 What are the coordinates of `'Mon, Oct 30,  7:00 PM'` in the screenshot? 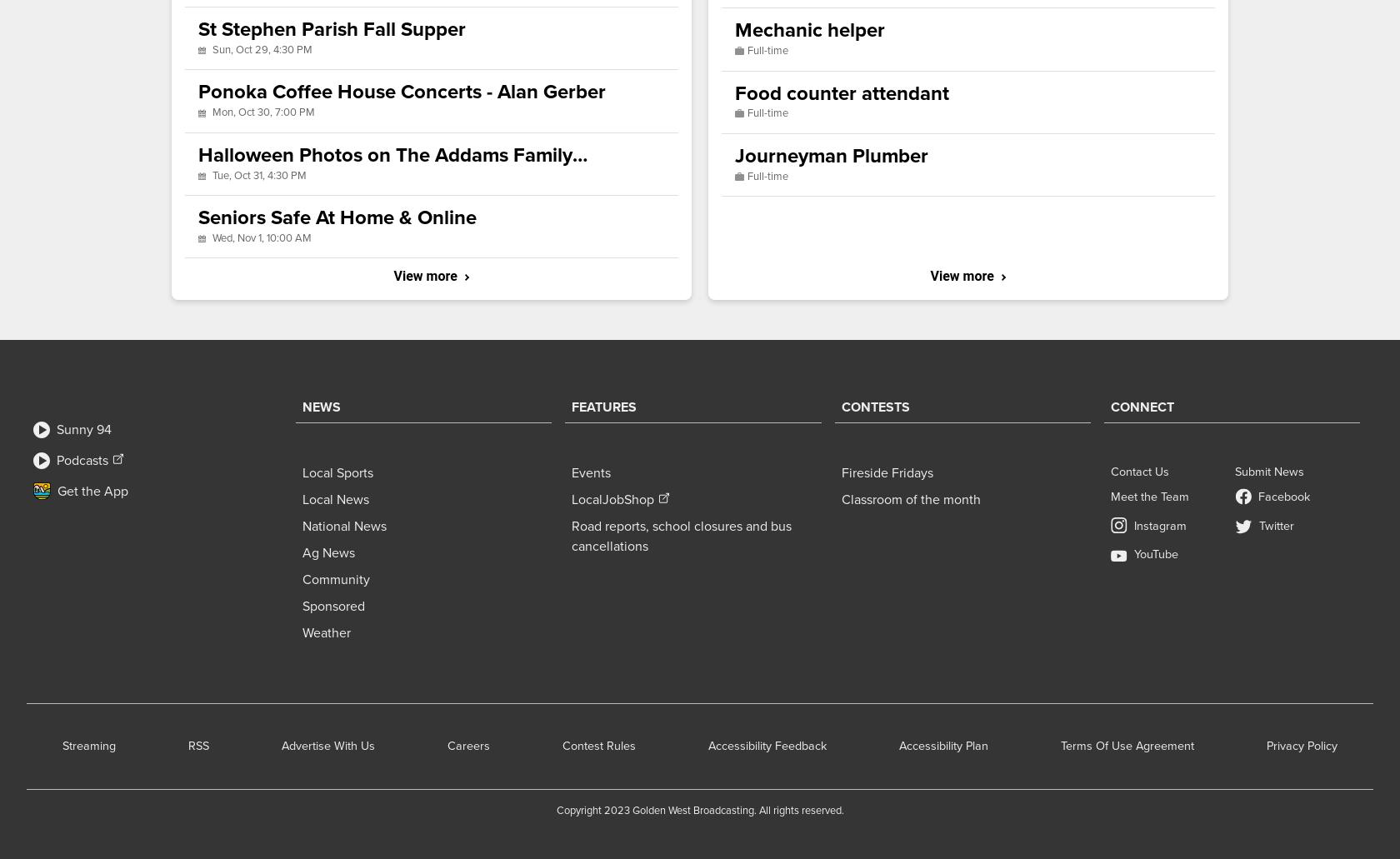 It's located at (263, 111).